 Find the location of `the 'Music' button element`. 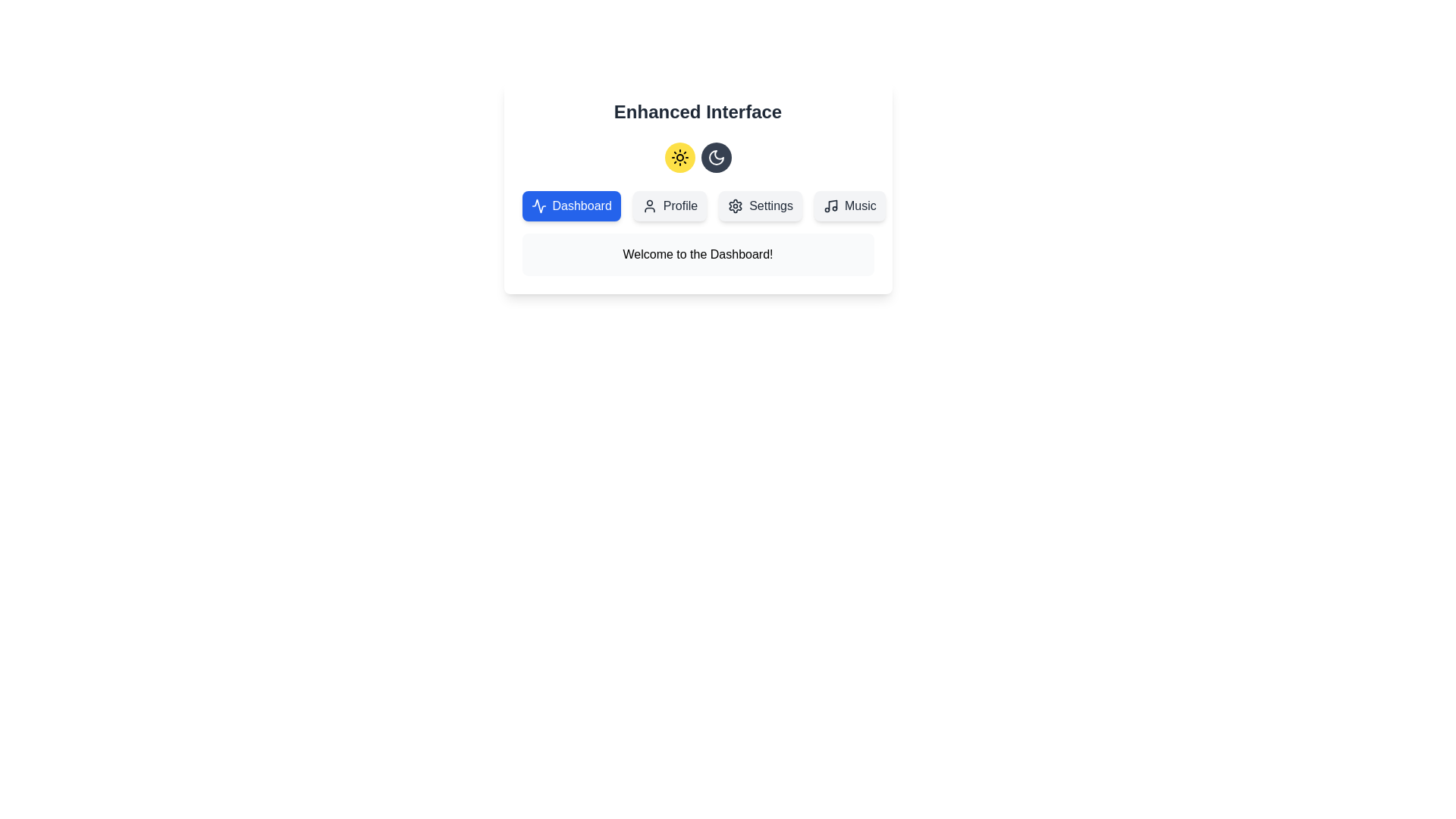

the 'Music' button element is located at coordinates (849, 206).